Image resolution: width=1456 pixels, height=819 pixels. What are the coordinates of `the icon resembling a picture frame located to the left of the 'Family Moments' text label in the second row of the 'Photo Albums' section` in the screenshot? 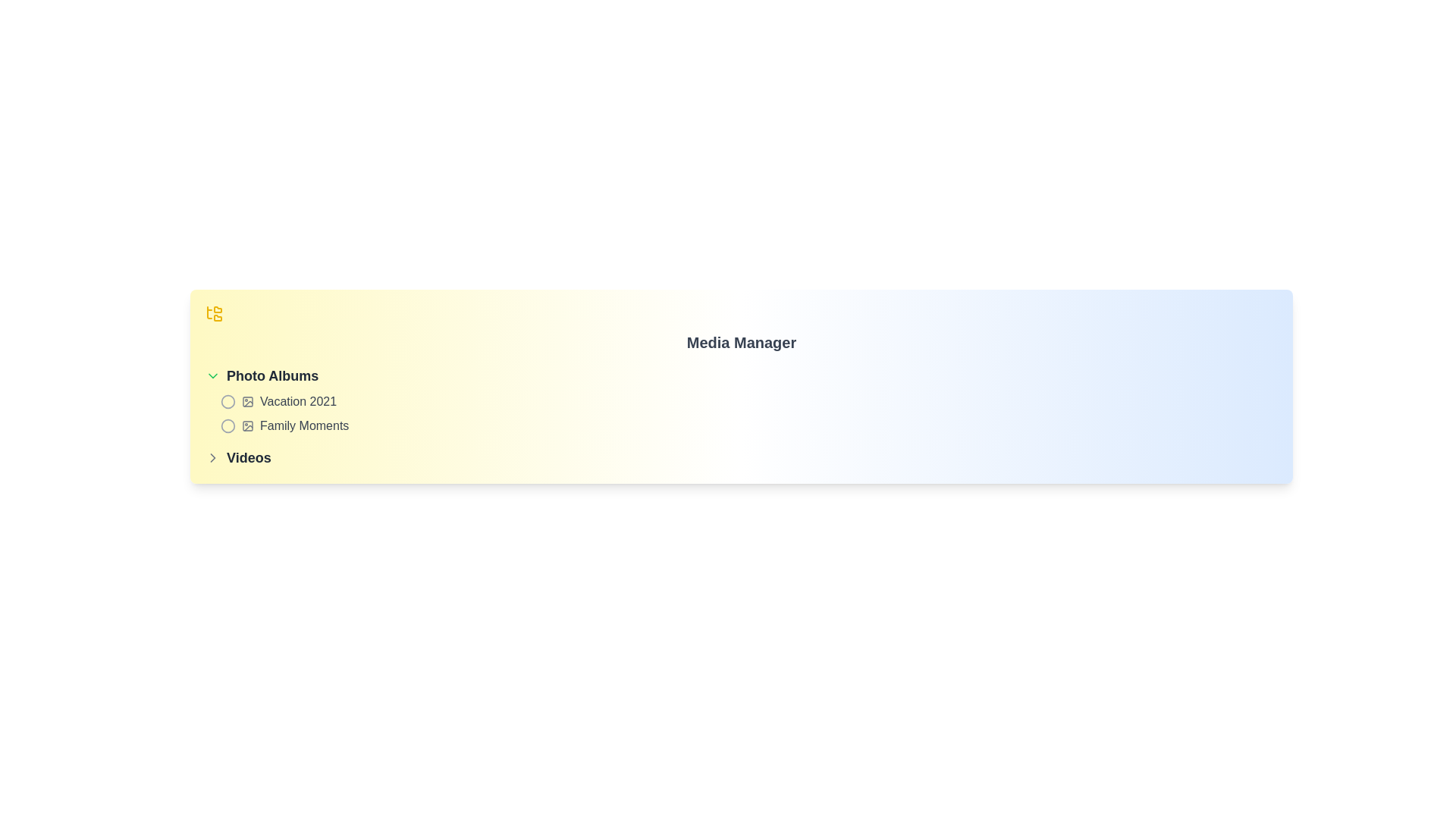 It's located at (247, 426).